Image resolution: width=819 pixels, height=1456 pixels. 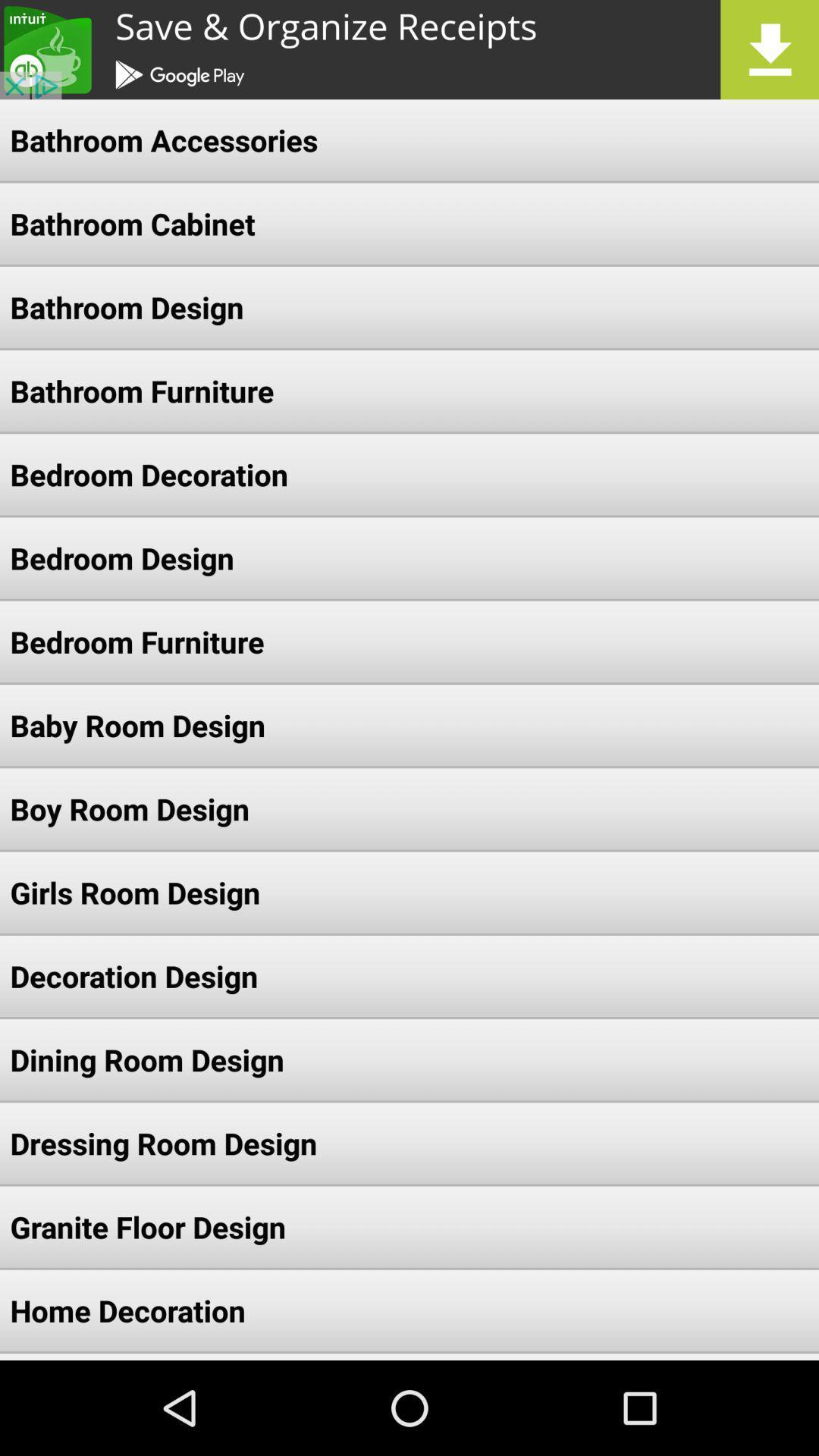 What do you see at coordinates (409, 49) in the screenshot?
I see `share the article` at bounding box center [409, 49].